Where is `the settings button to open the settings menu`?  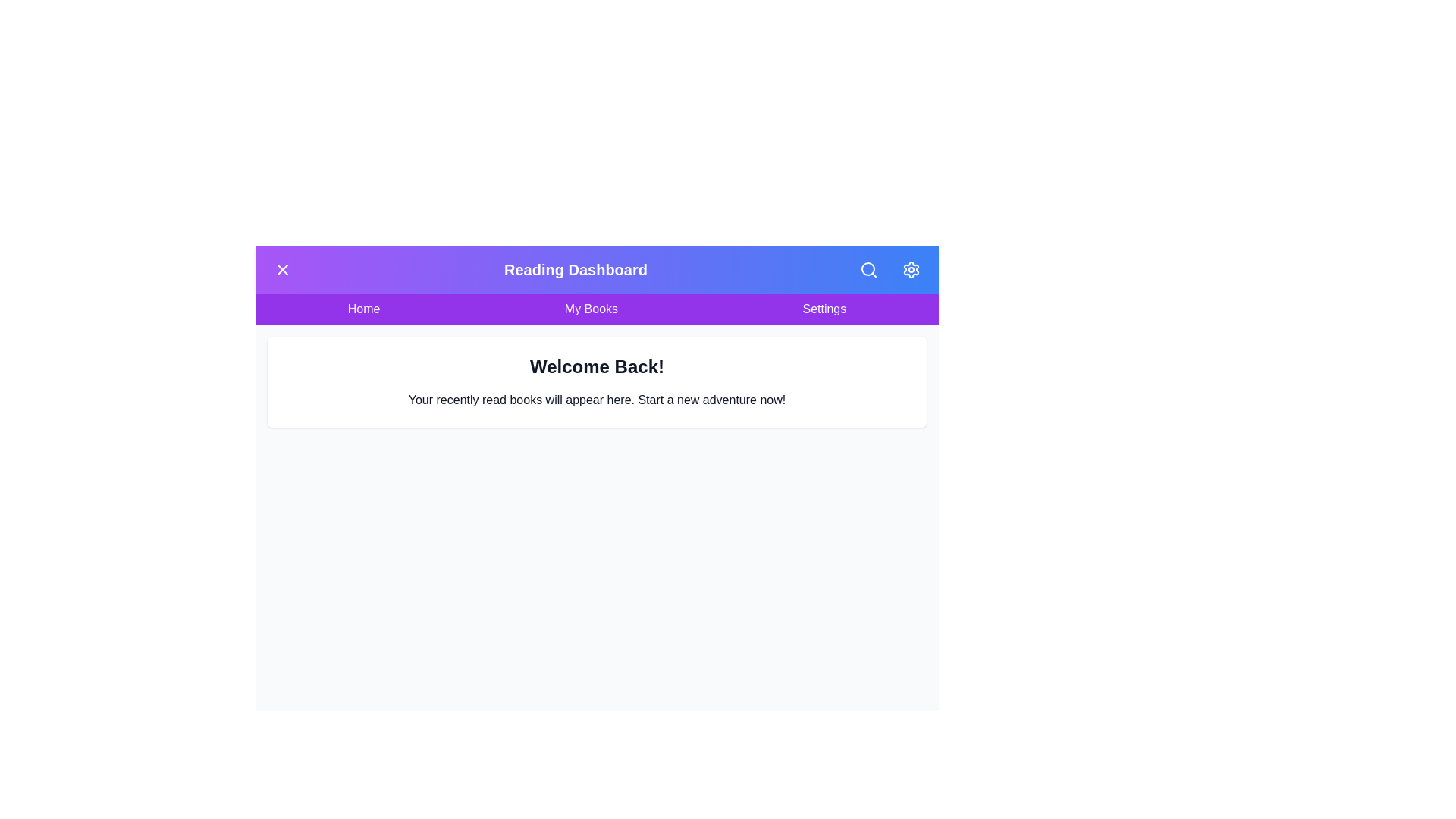
the settings button to open the settings menu is located at coordinates (910, 268).